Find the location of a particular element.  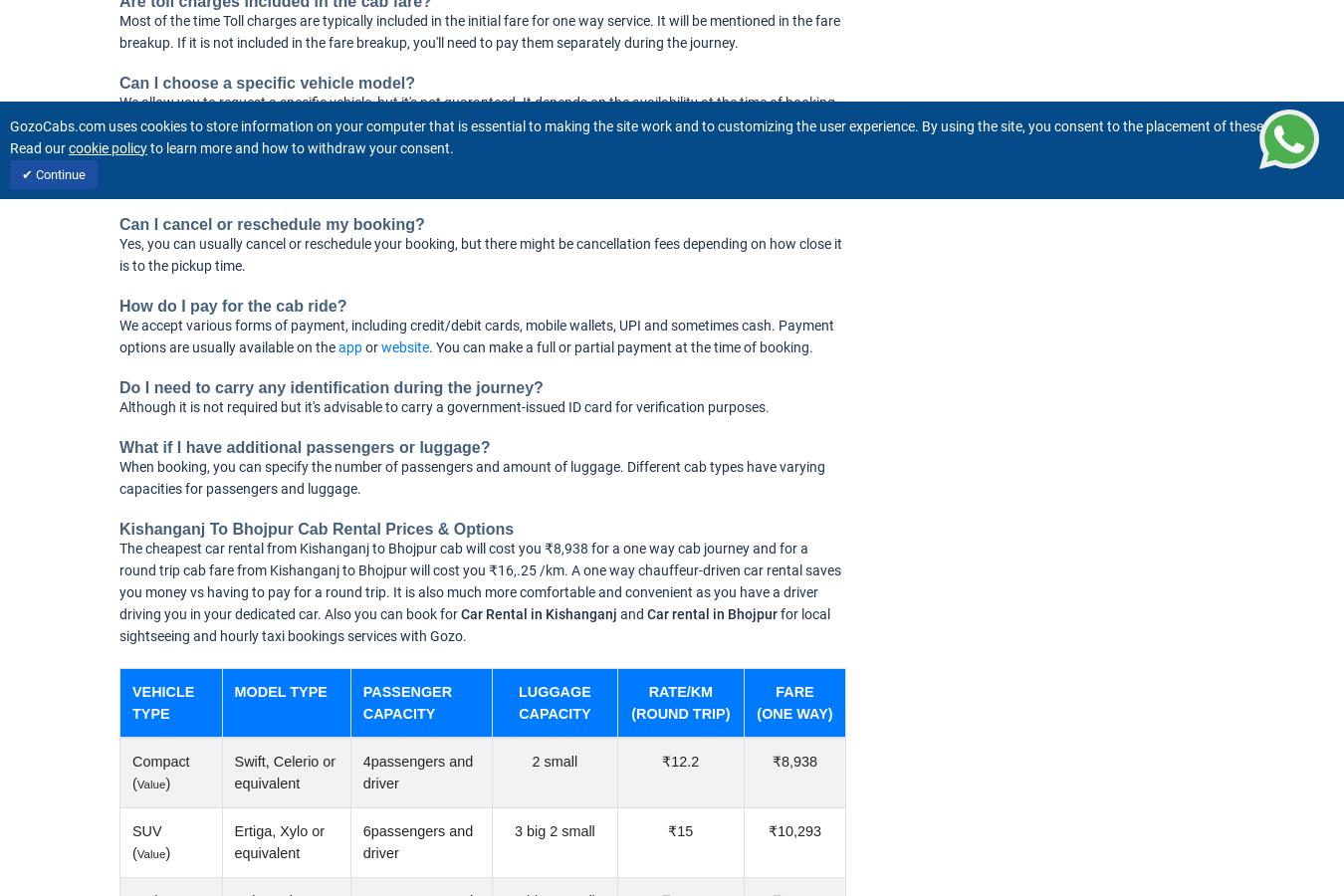

'We allow you to request a specific vehicle, but it's not guaranteed. It depends on the availability at the time of booking. For any specific request you call our' is located at coordinates (478, 113).